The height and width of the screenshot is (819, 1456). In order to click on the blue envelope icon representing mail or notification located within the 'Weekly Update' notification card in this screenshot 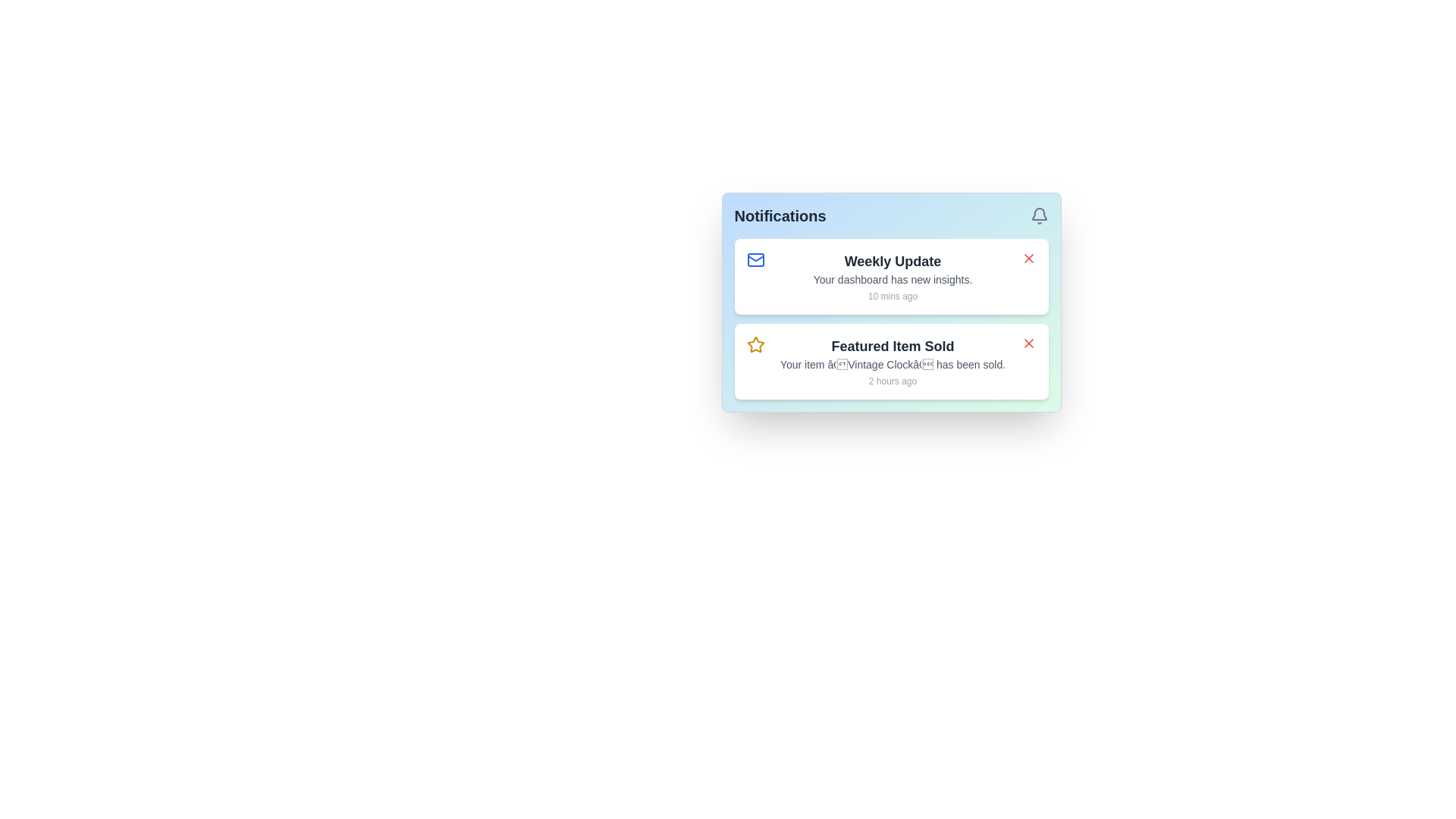, I will do `click(755, 259)`.